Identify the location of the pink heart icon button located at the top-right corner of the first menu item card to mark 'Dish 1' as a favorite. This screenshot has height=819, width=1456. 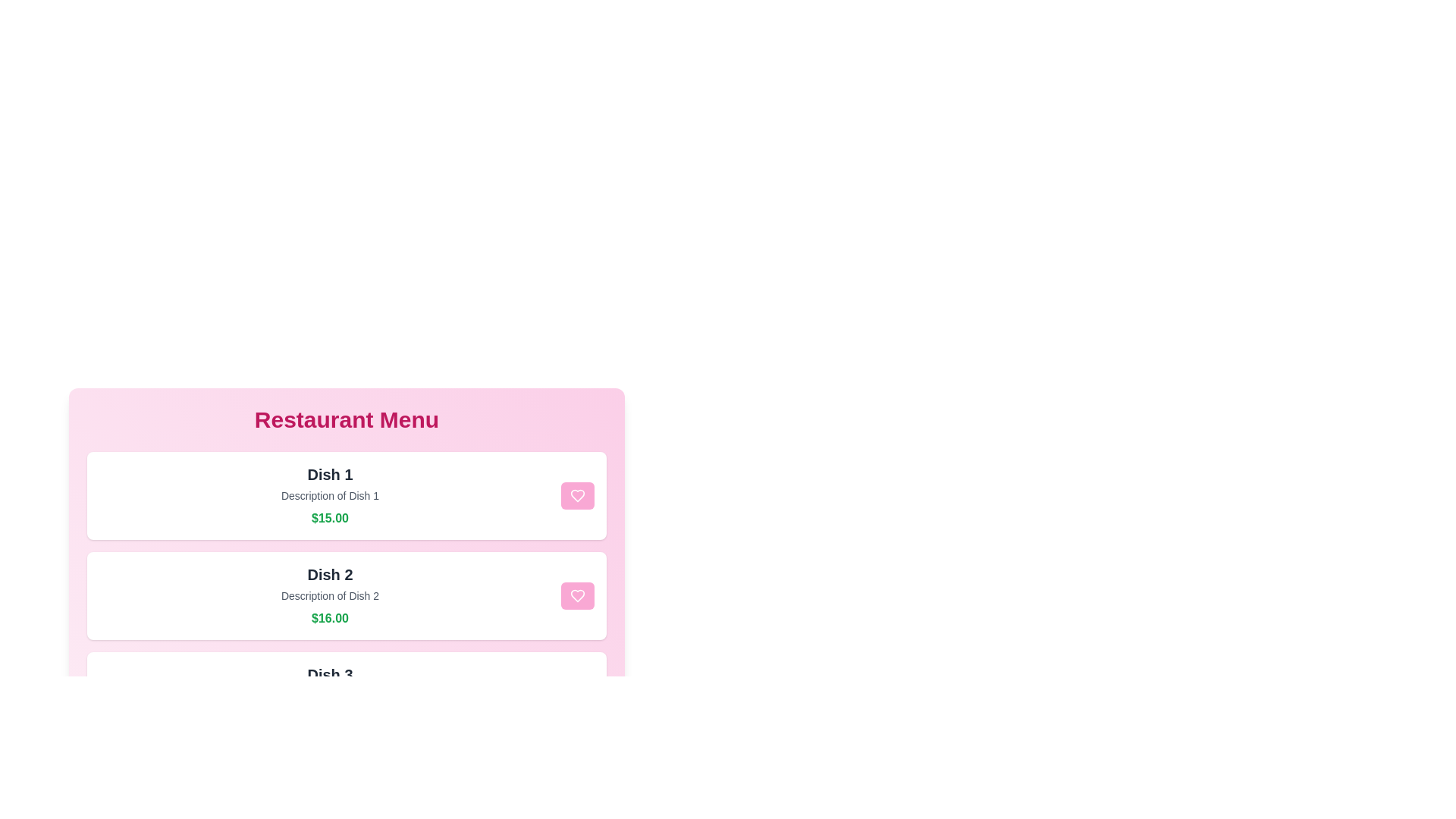
(577, 496).